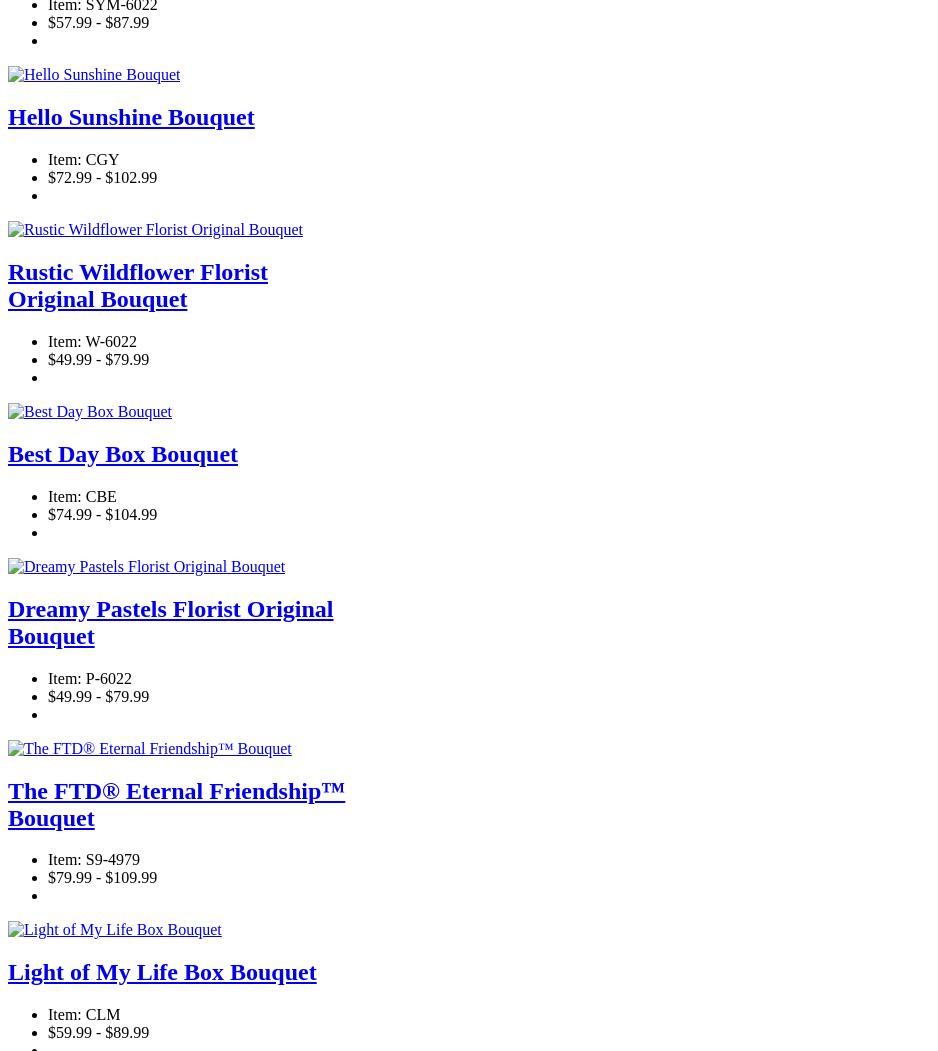  I want to click on '$72.99	- $102.99', so click(101, 177).